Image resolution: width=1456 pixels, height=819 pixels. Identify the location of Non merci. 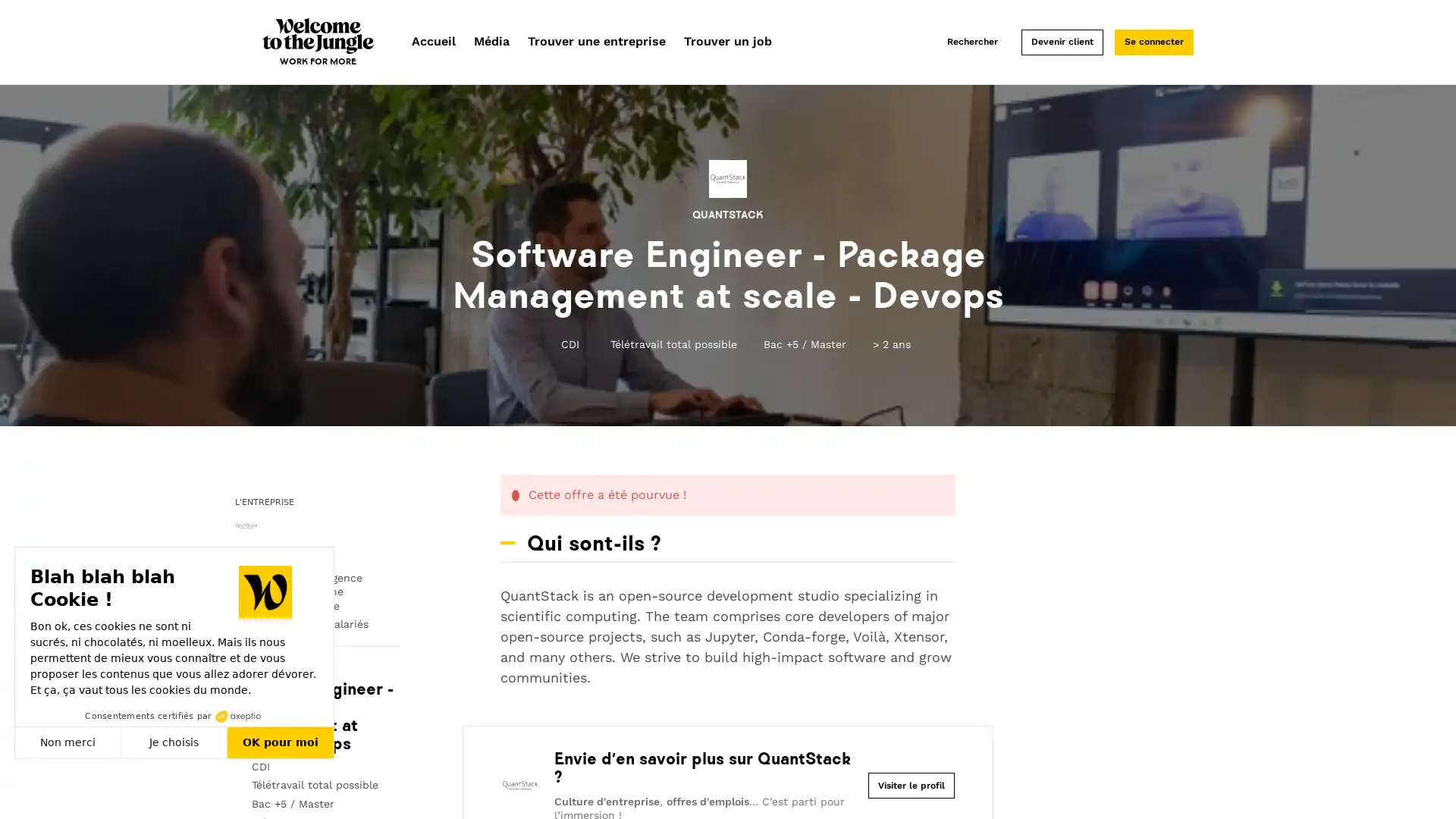
(67, 742).